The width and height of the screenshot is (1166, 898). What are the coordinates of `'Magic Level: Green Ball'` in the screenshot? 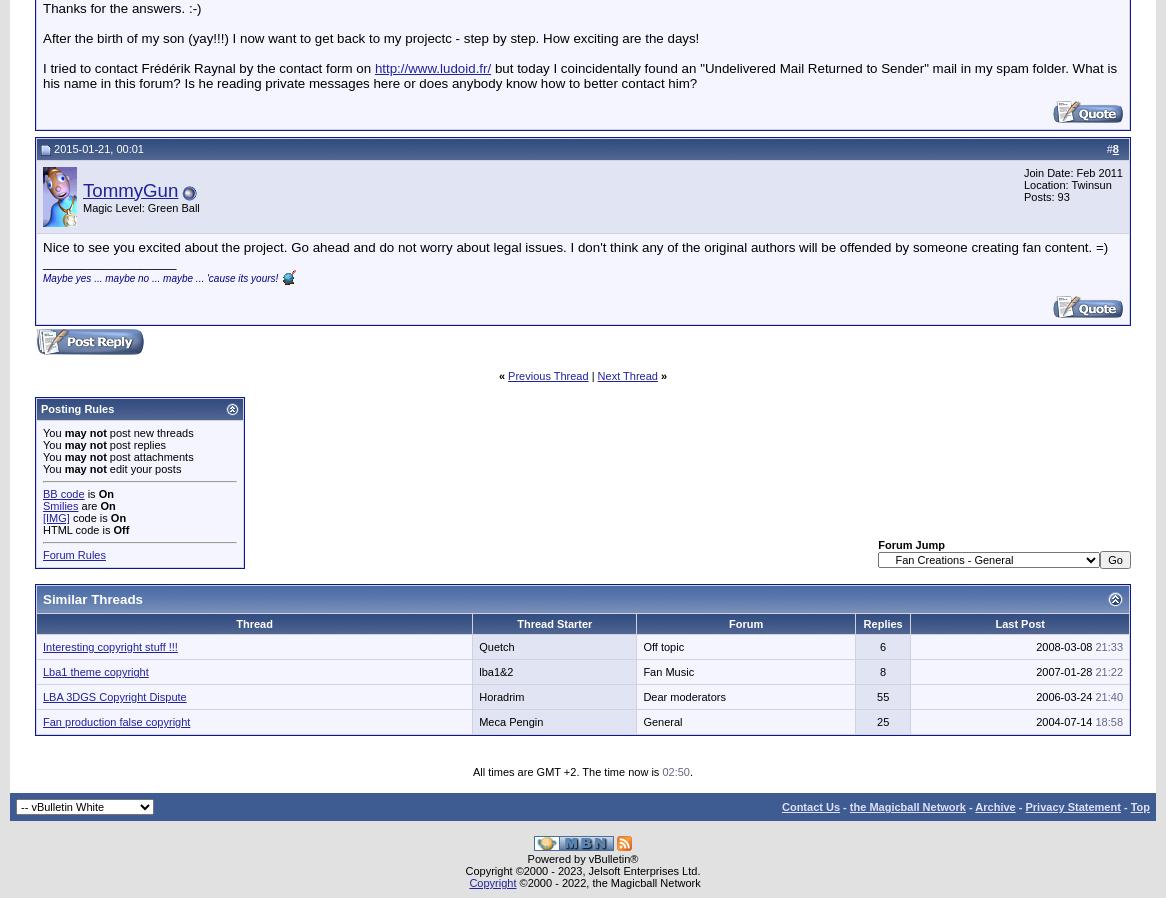 It's located at (140, 205).